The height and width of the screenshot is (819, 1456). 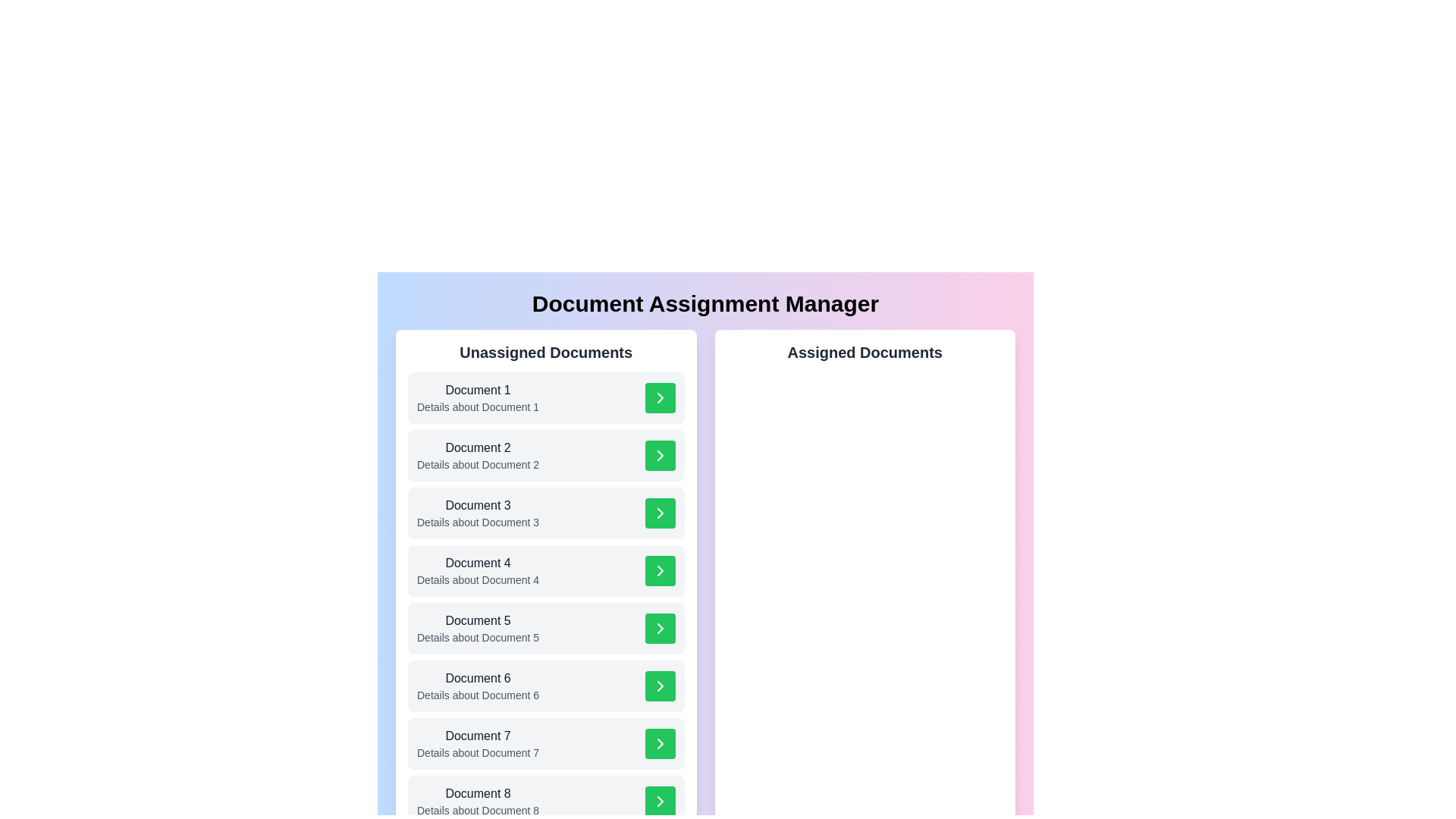 I want to click on the green rectangular button with a white right-pointing arrow located at the far right of the row labeled 'Document 2Details about Document 2' under 'Unassigned Documents', so click(x=660, y=455).